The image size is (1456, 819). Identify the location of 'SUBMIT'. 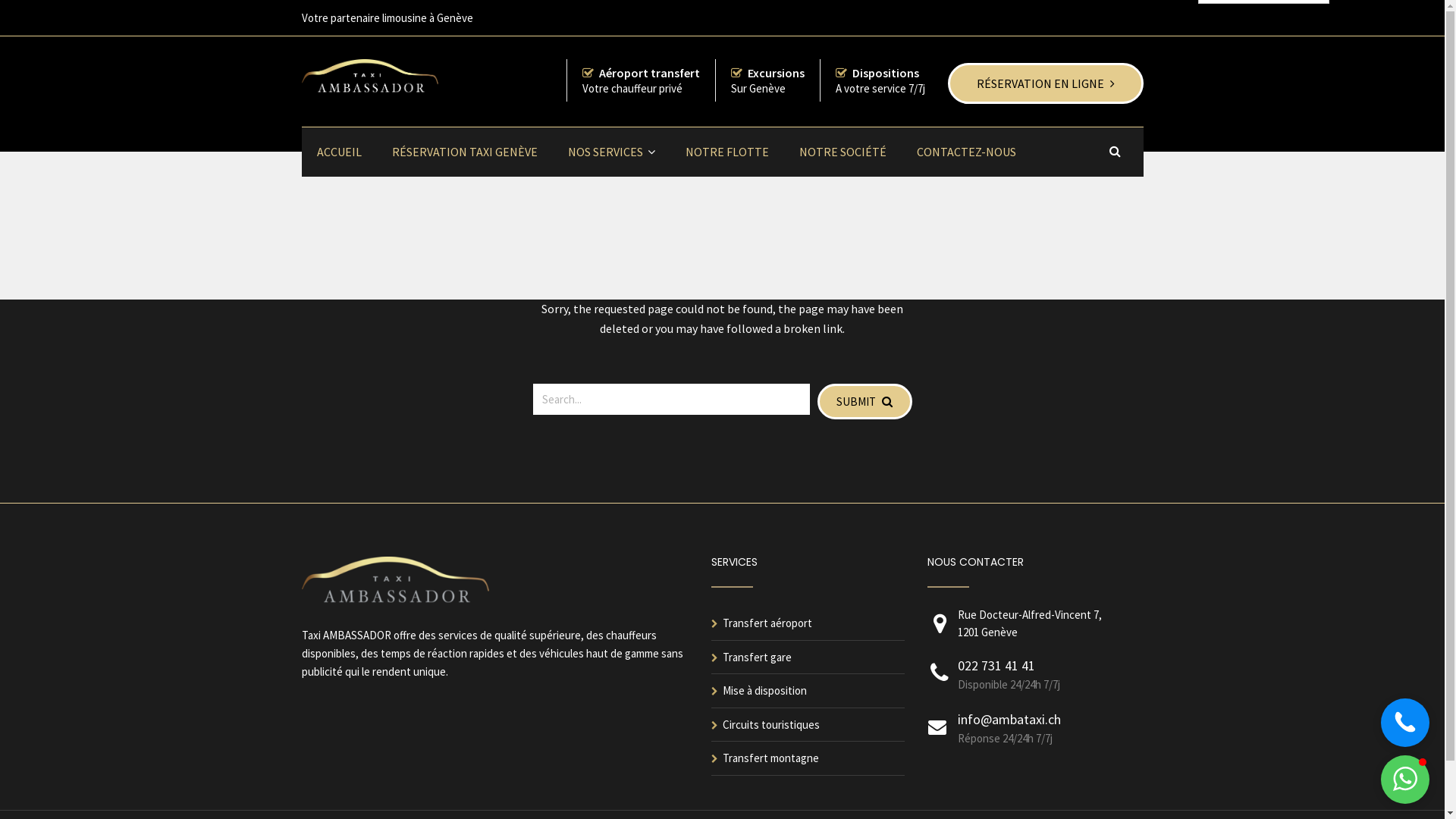
(817, 400).